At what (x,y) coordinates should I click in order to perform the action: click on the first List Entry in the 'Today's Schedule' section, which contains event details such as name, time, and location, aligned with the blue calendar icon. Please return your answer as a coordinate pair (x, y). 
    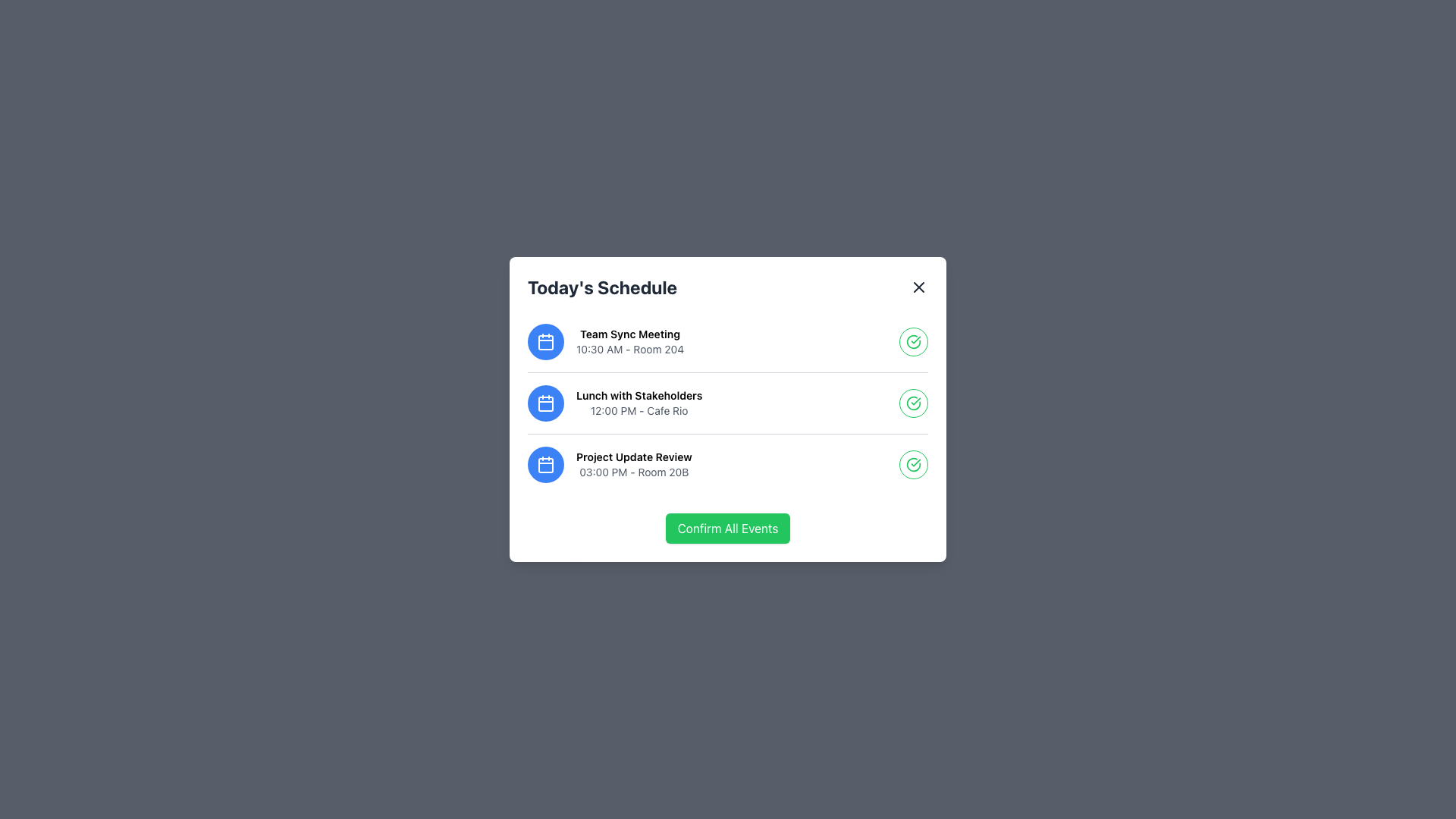
    Looking at the image, I should click on (605, 342).